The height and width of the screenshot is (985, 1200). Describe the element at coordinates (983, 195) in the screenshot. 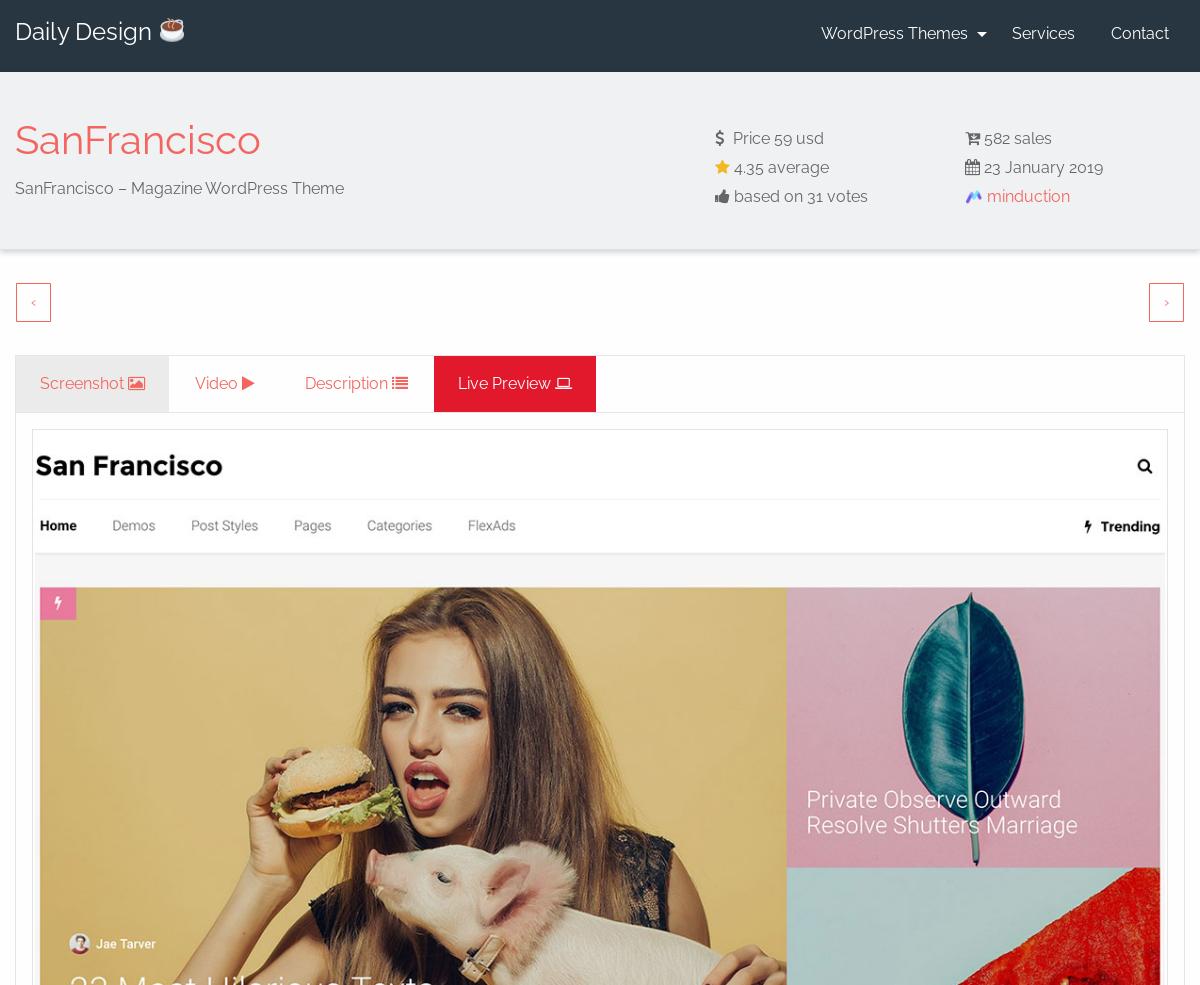

I see `'minduction'` at that location.